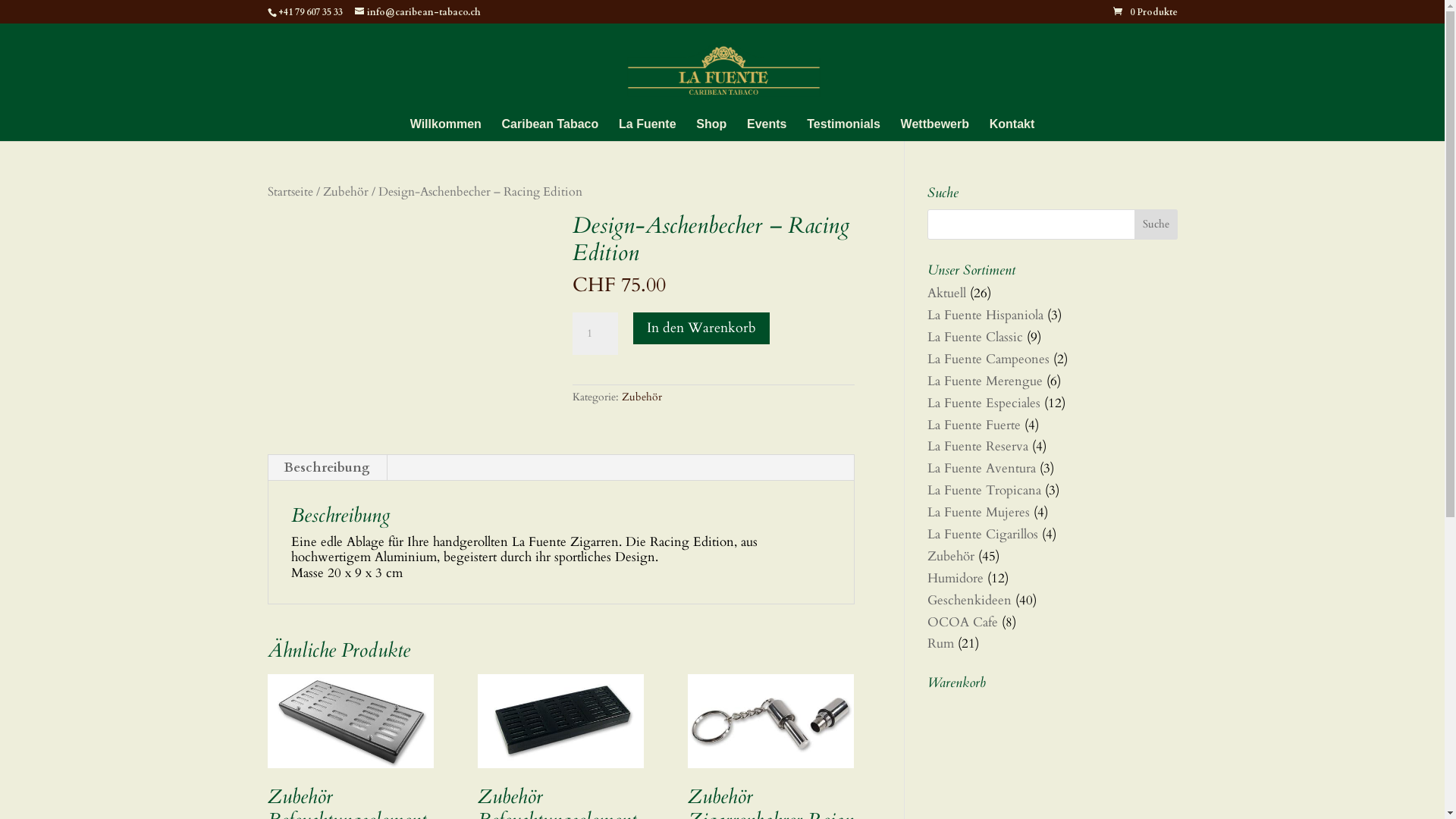  I want to click on '0 Produkte', so click(1145, 11).